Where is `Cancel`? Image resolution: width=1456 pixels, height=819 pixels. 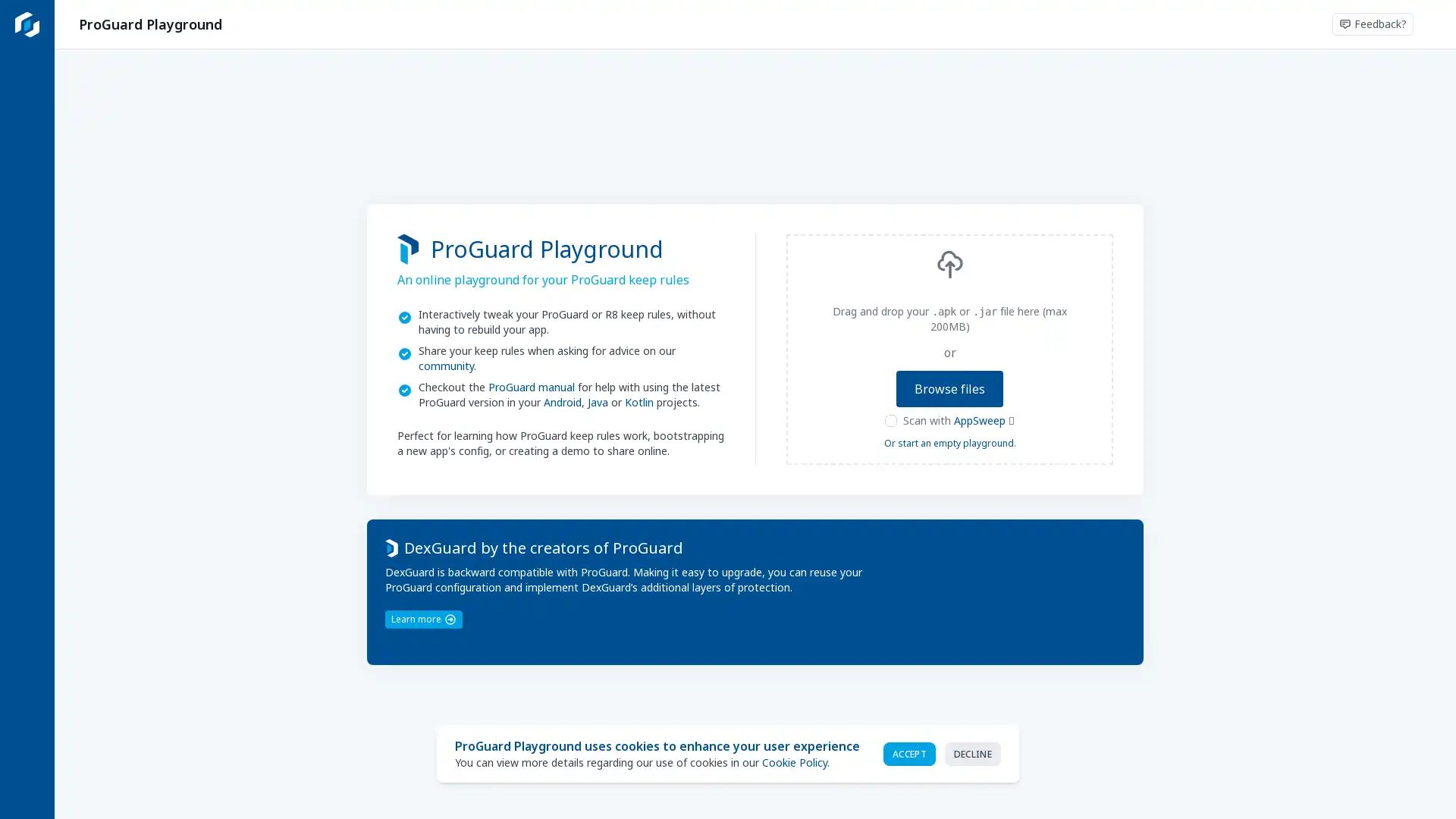 Cancel is located at coordinates (873, 540).